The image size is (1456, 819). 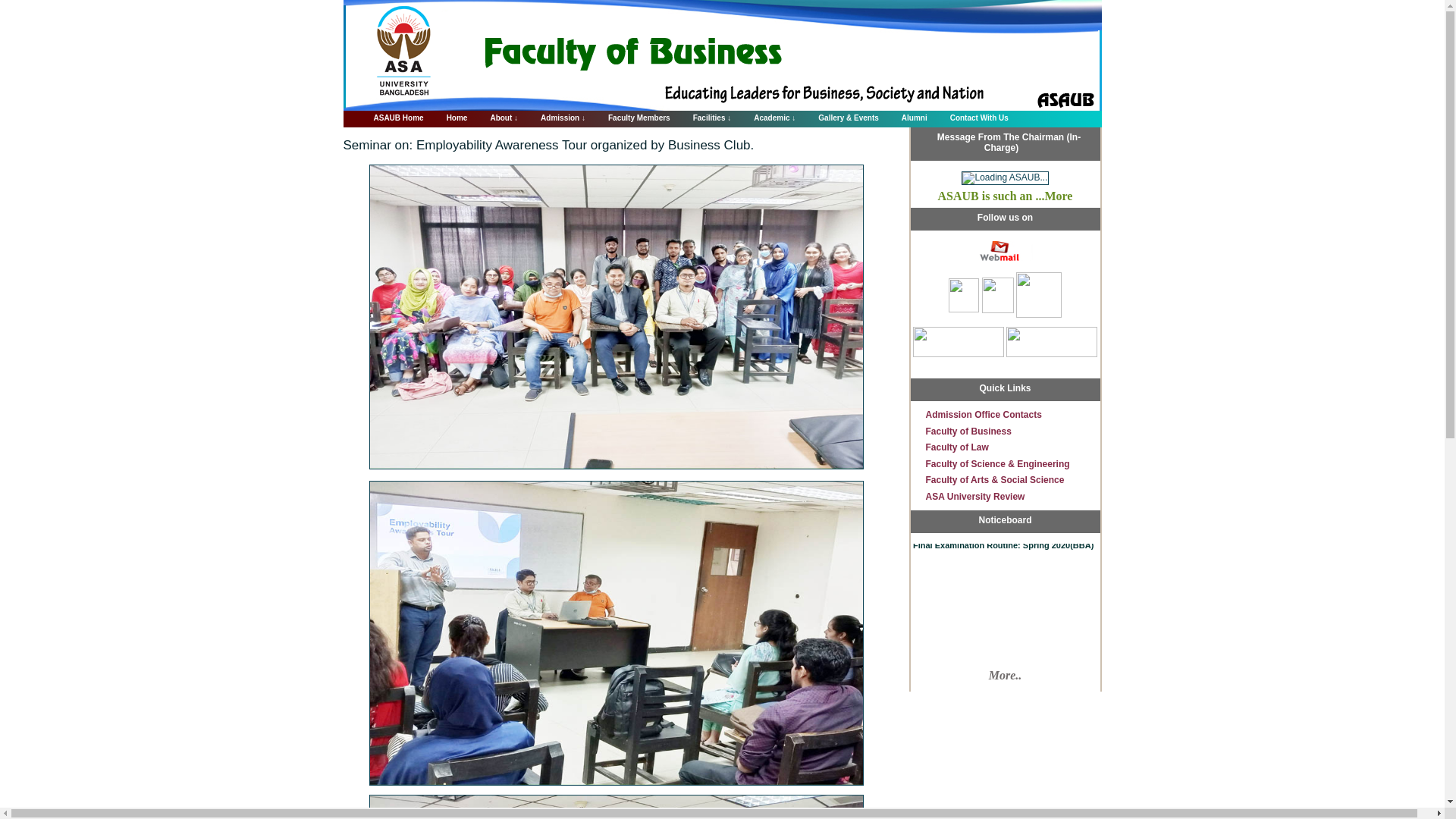 What do you see at coordinates (974, 497) in the screenshot?
I see `'ASA University Review'` at bounding box center [974, 497].